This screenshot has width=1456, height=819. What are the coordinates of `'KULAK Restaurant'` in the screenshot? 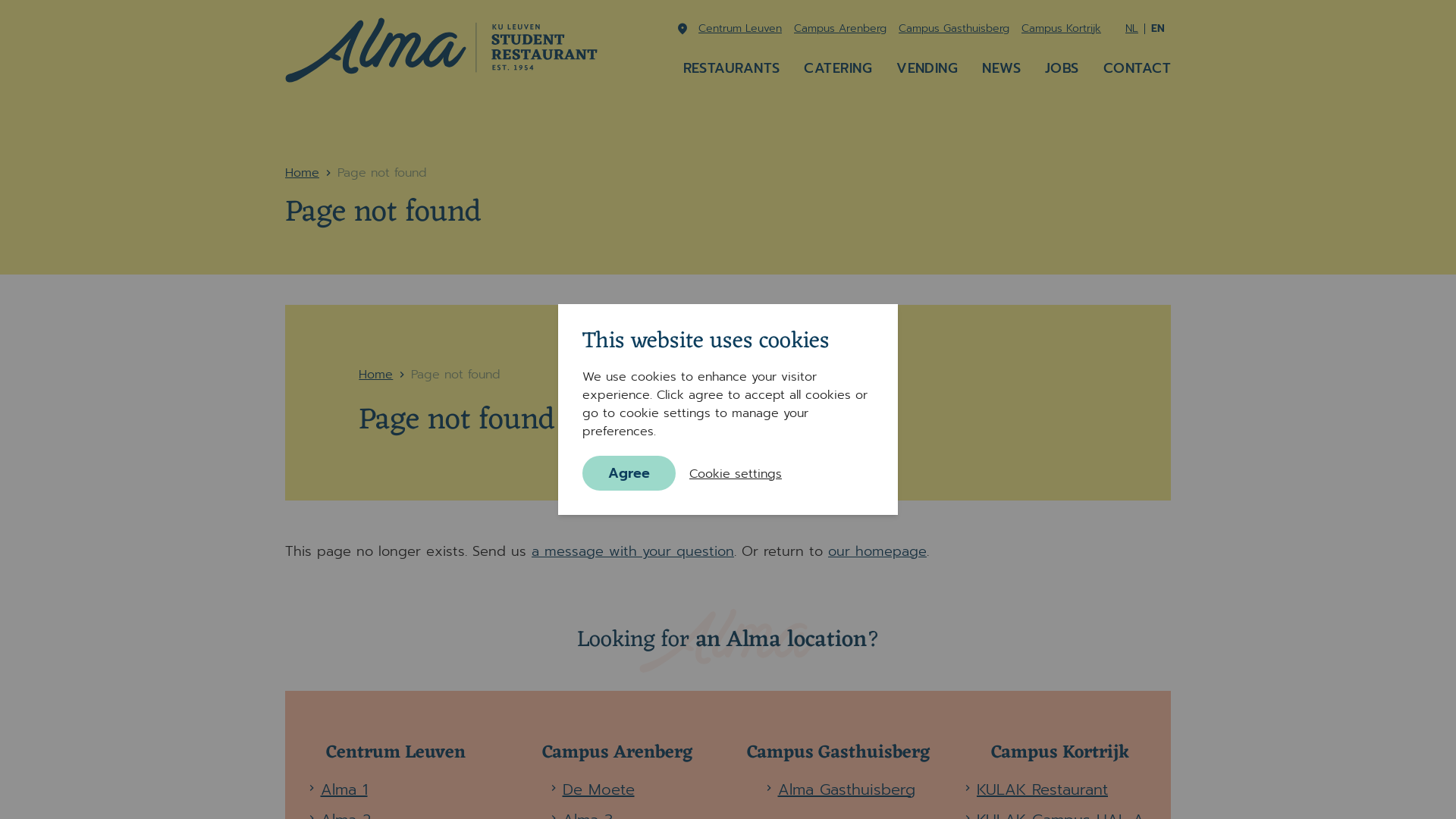 It's located at (1041, 789).